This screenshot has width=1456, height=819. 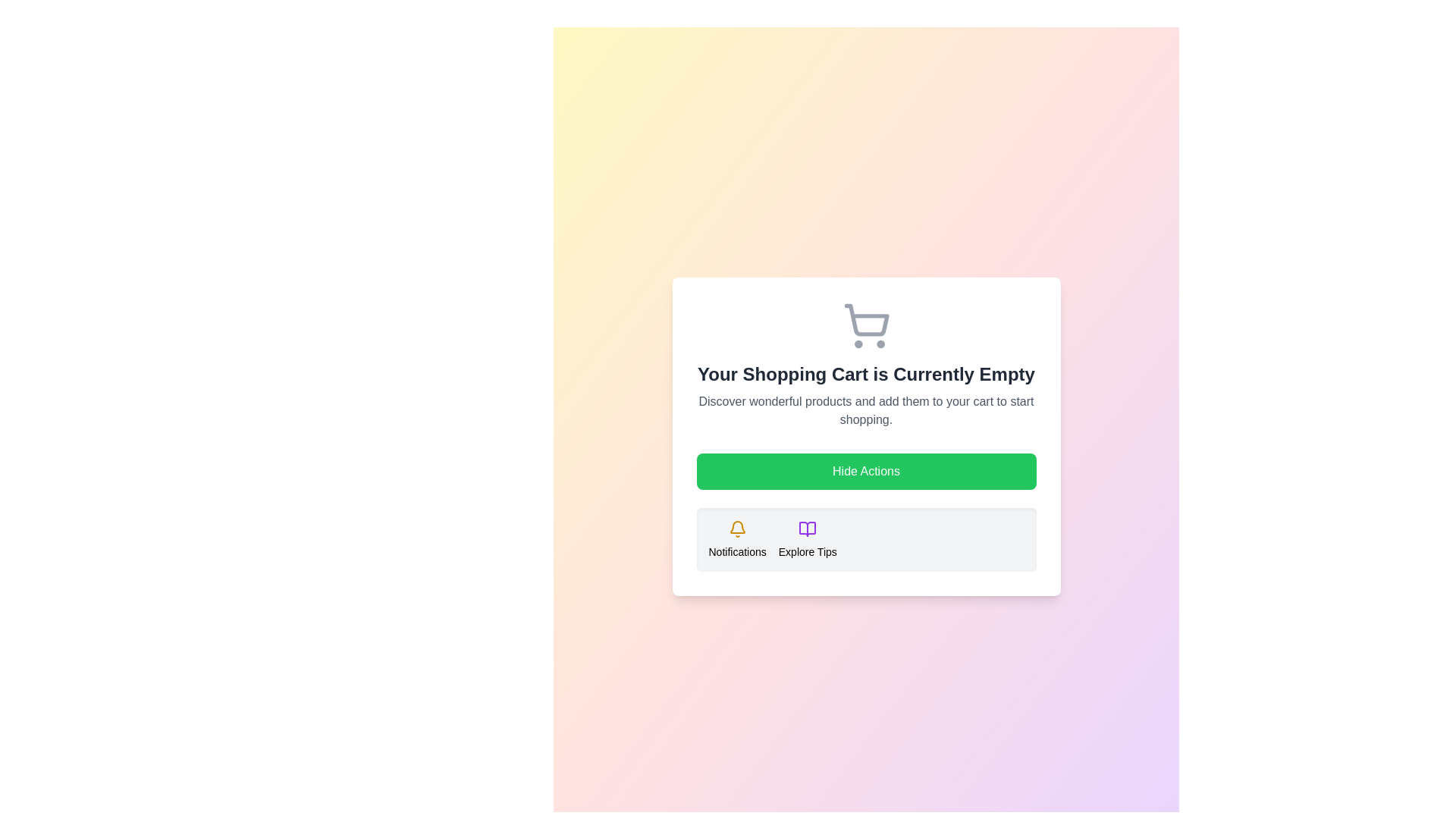 I want to click on the shopping cart icon that indicates the user's shopping cart status, which is currently empty, located above the text 'Your Shopping Cart is Currently Empty.', so click(x=866, y=325).